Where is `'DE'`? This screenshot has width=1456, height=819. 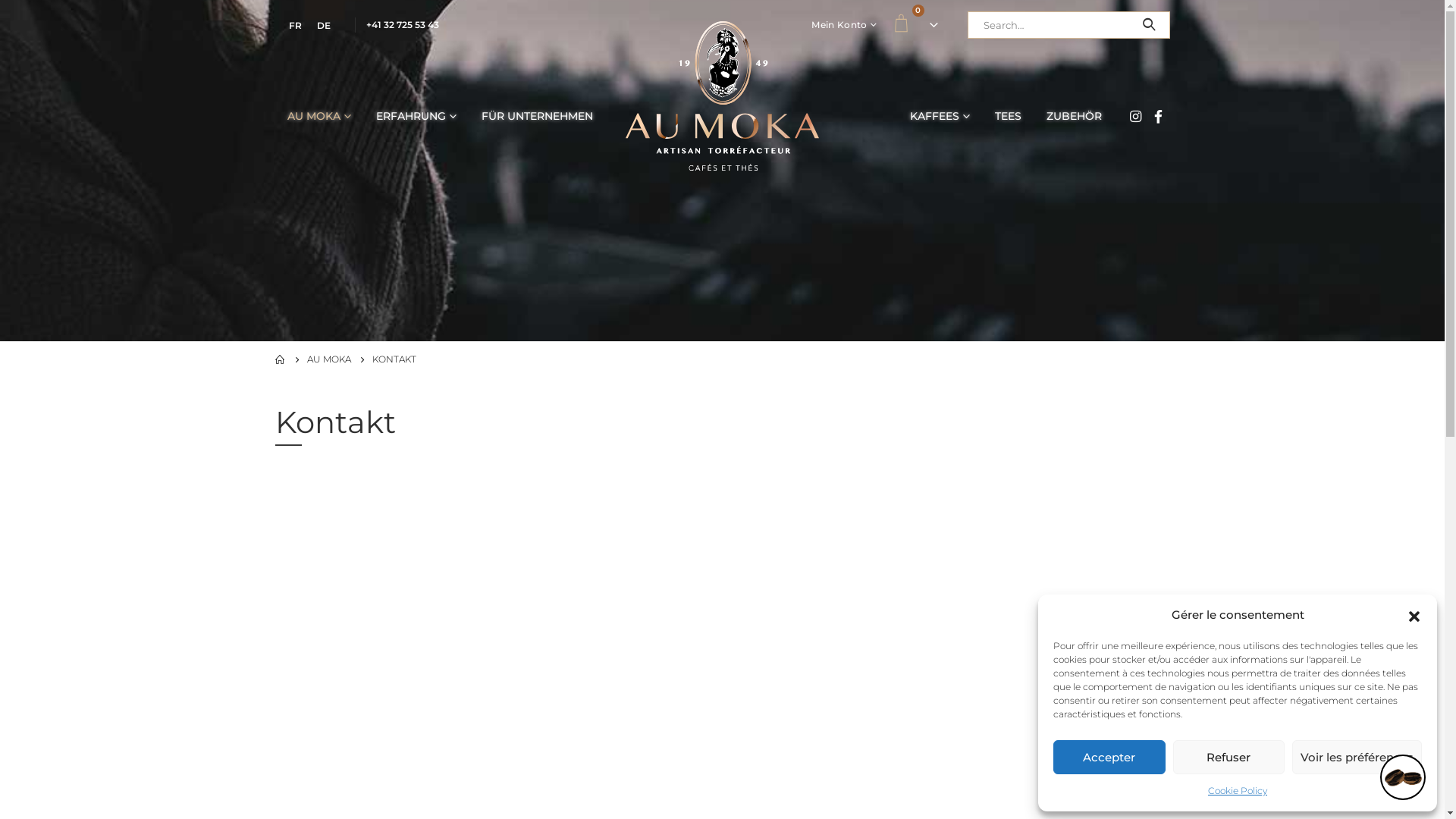 'DE' is located at coordinates (323, 26).